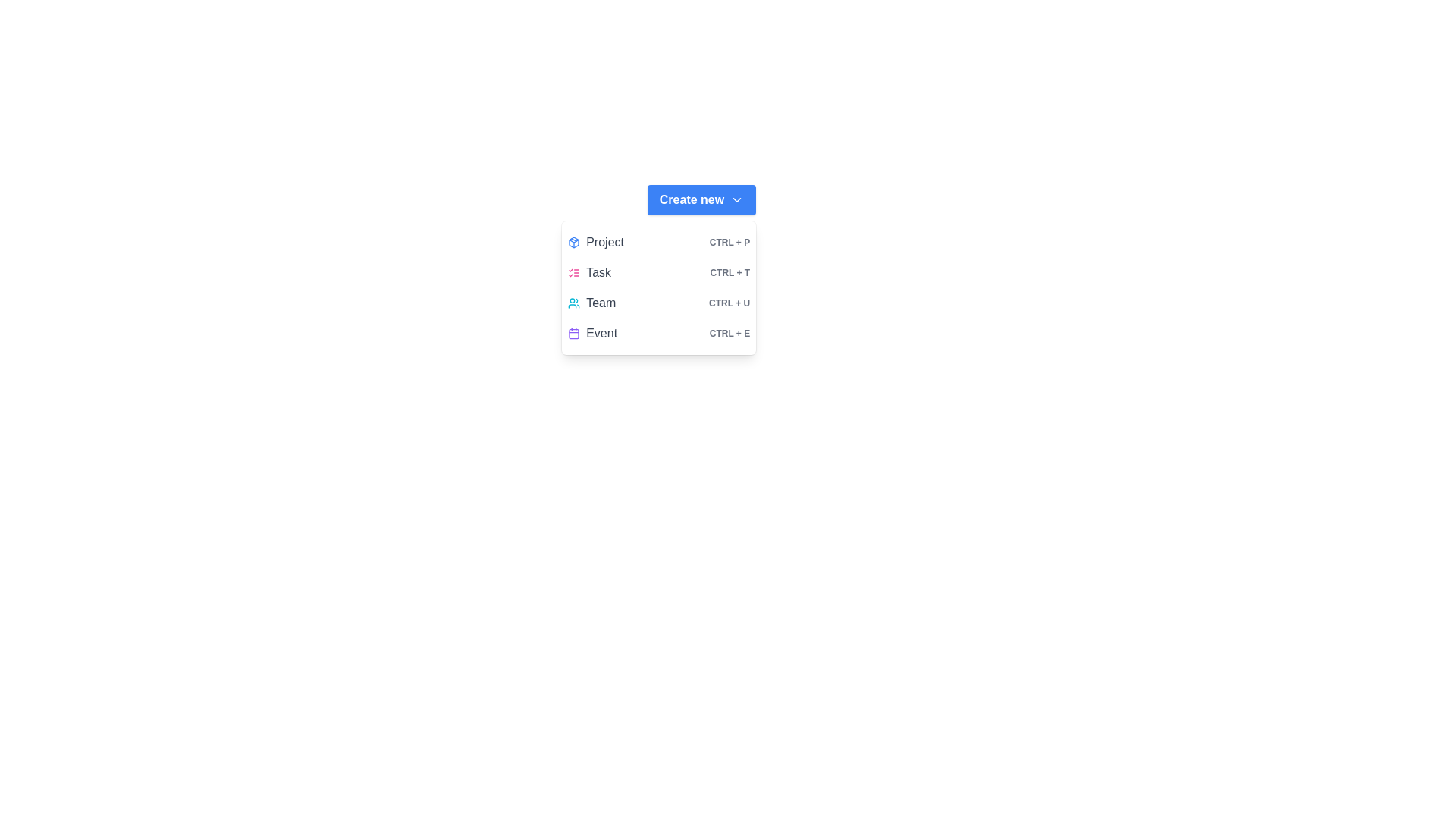 This screenshot has width=1456, height=819. Describe the element at coordinates (573, 332) in the screenshot. I see `the calendar icon with a violet-colored outline in the 'Create new' dropdown menu, located to the left of the text 'Event' and the shortcut 'Ctrl + E'` at that location.